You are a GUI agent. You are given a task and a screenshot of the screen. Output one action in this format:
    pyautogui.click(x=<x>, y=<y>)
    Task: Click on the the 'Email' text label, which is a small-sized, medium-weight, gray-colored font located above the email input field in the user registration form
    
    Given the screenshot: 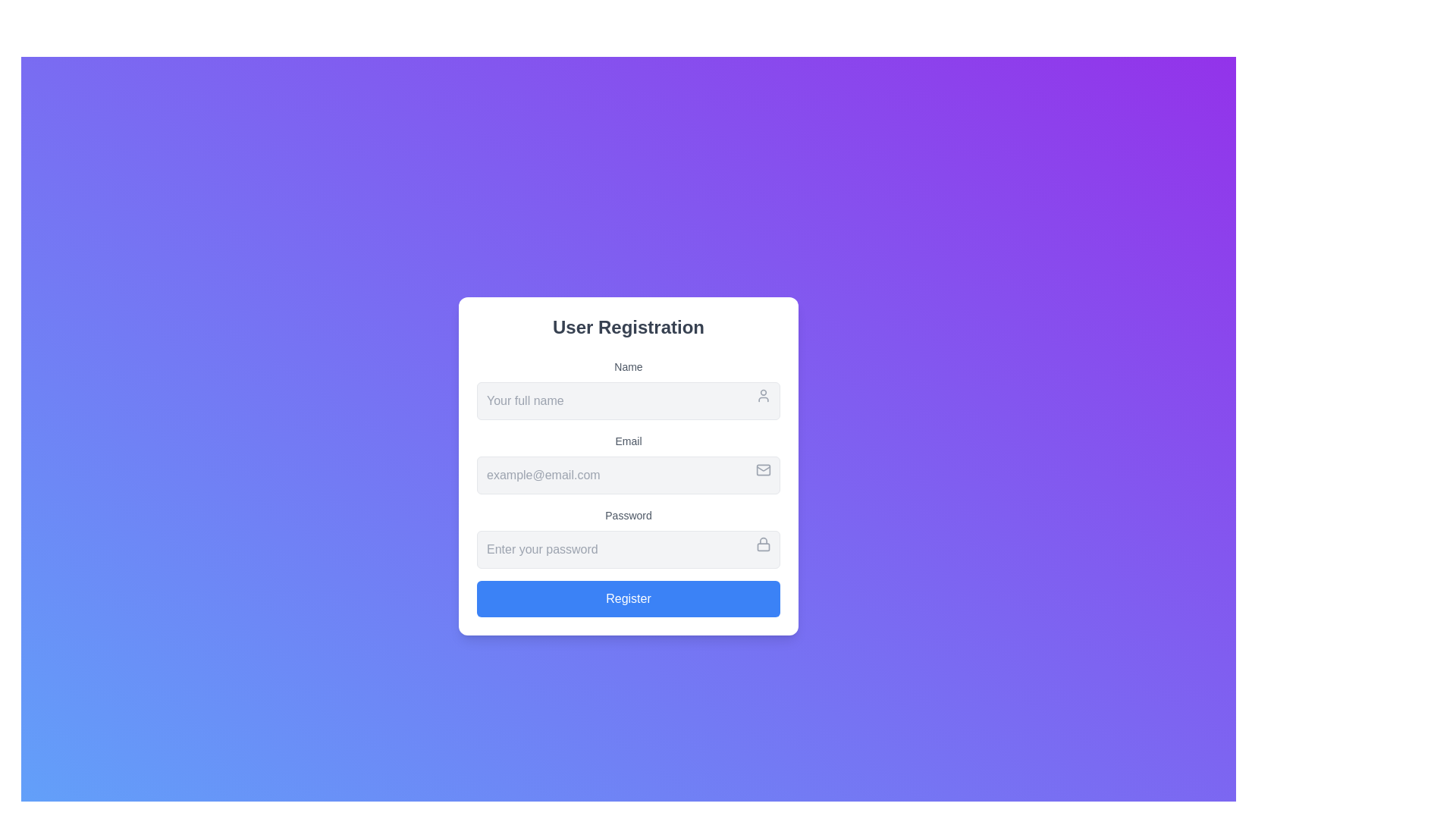 What is the action you would take?
    pyautogui.click(x=629, y=441)
    